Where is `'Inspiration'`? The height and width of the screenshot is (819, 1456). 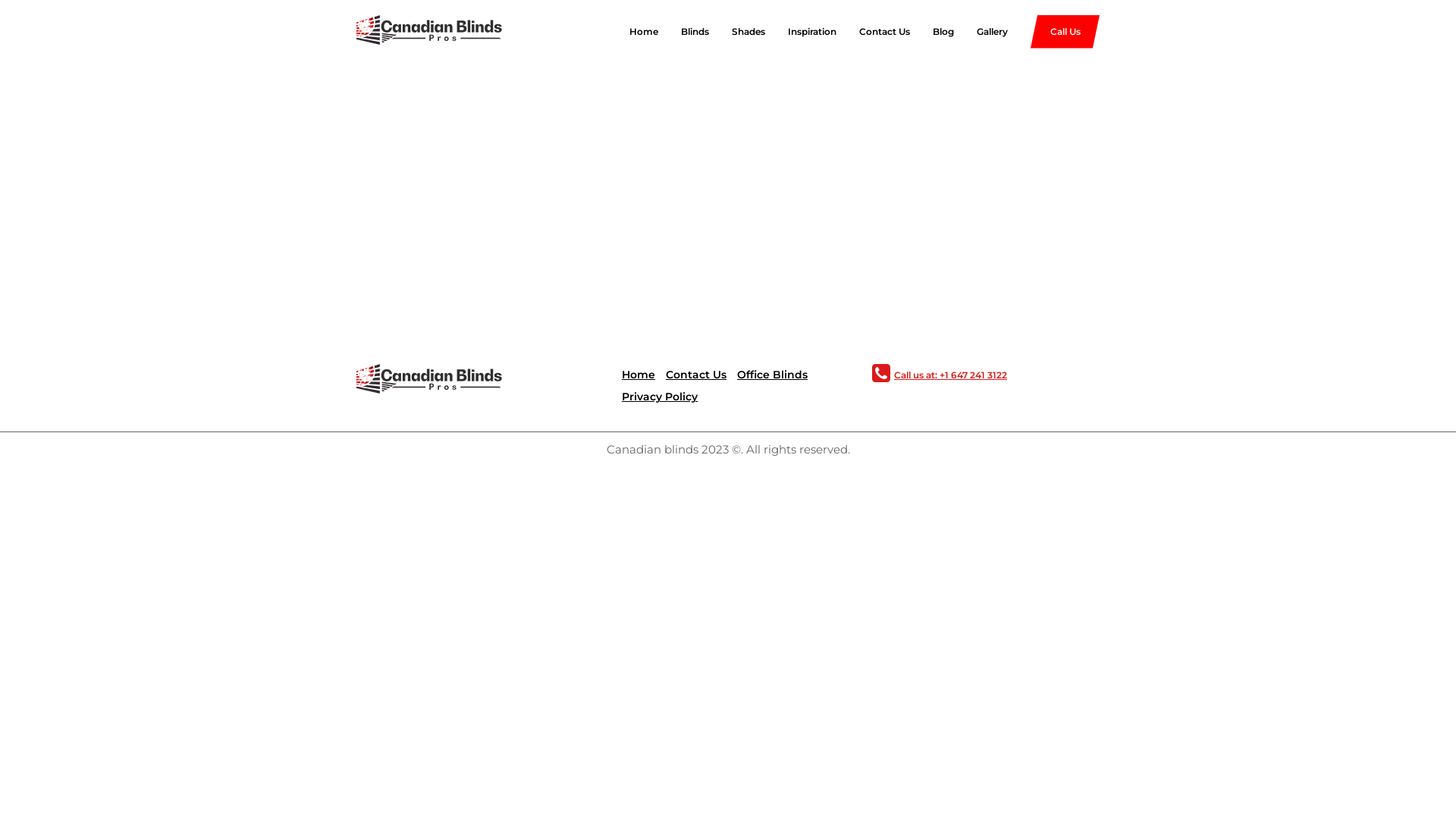 'Inspiration' is located at coordinates (764, 32).